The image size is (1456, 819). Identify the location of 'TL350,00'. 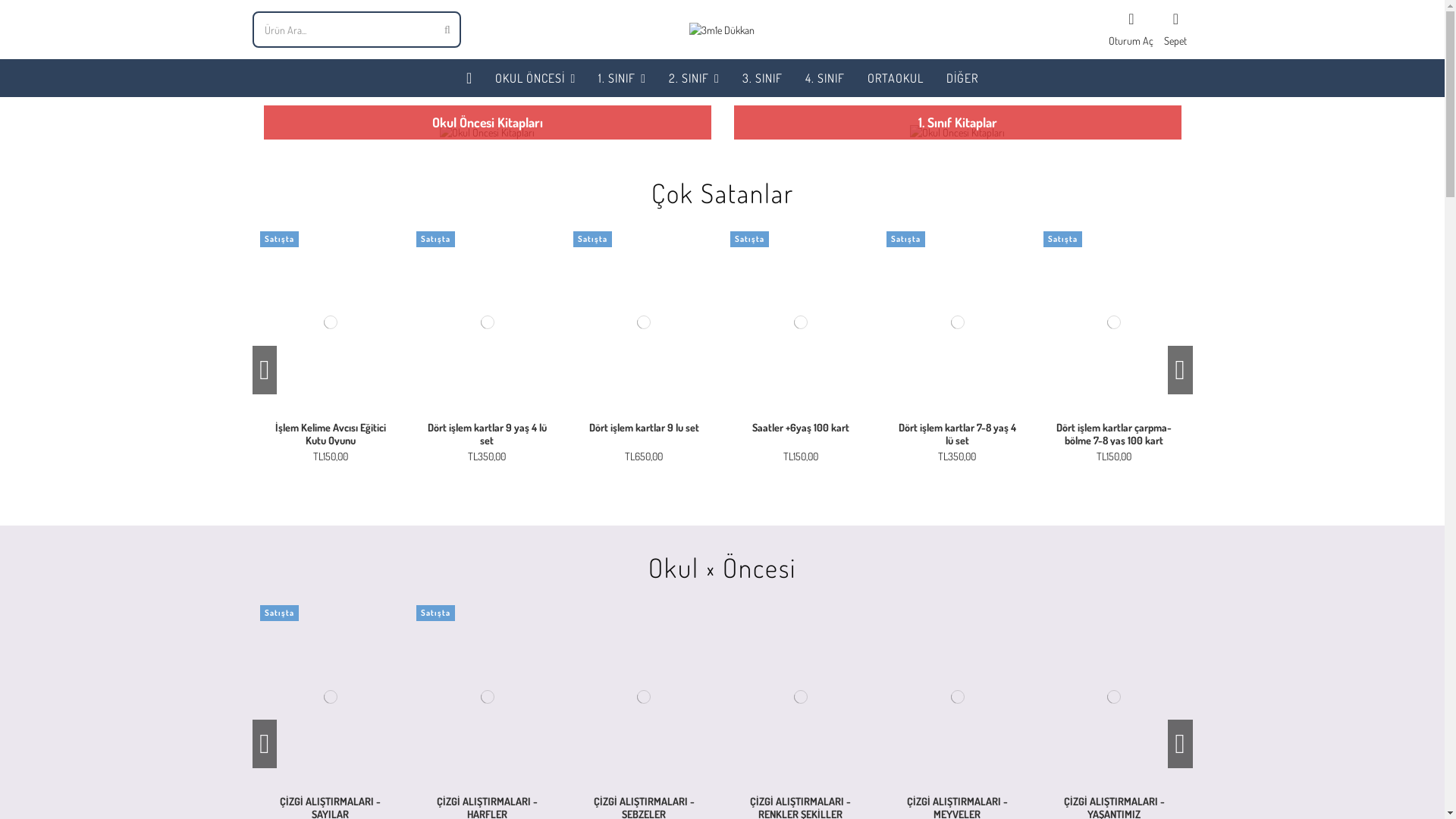
(487, 455).